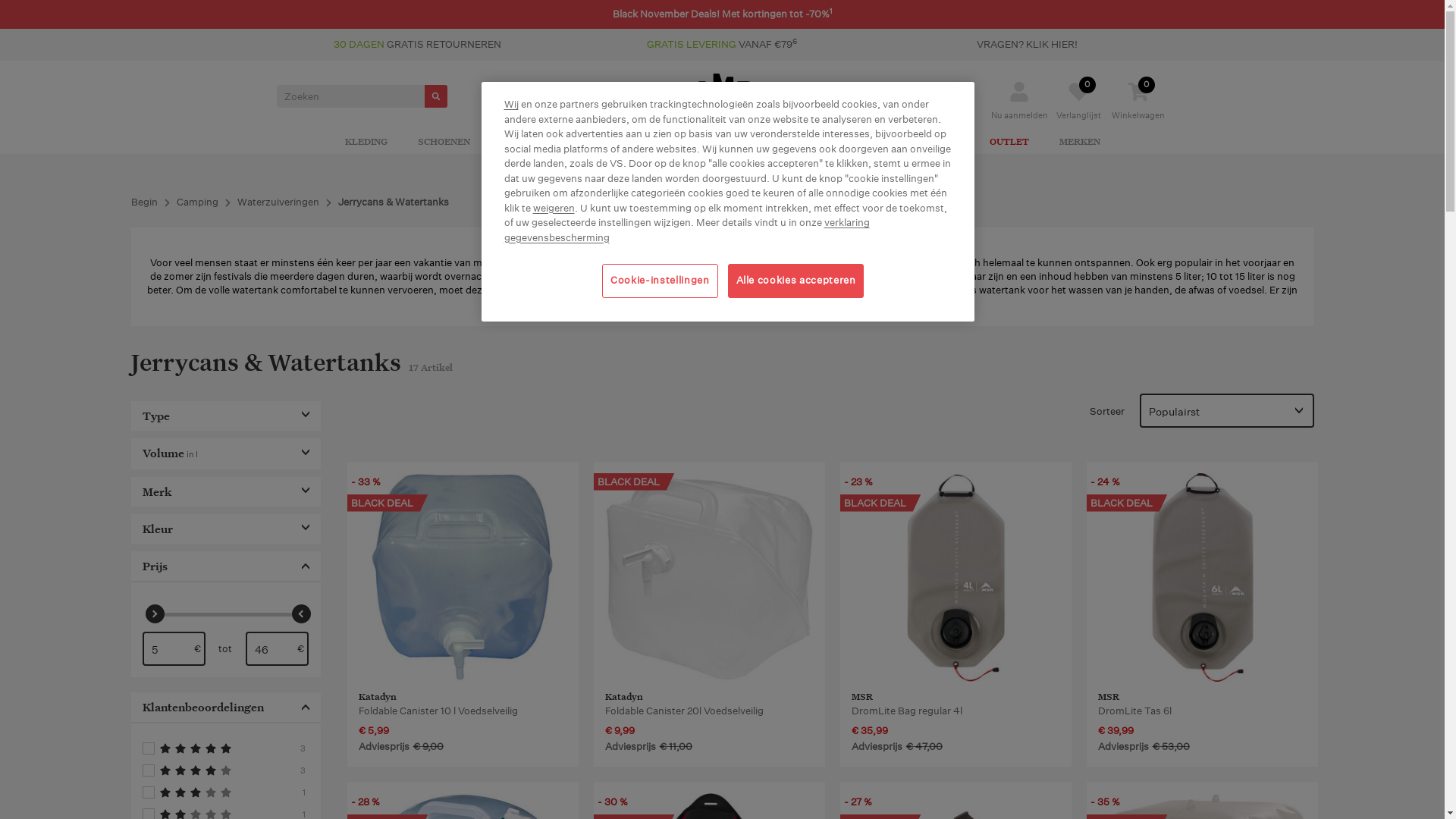 The width and height of the screenshot is (1456, 819). What do you see at coordinates (337, 201) in the screenshot?
I see `'Jerrycans & Watertanks'` at bounding box center [337, 201].